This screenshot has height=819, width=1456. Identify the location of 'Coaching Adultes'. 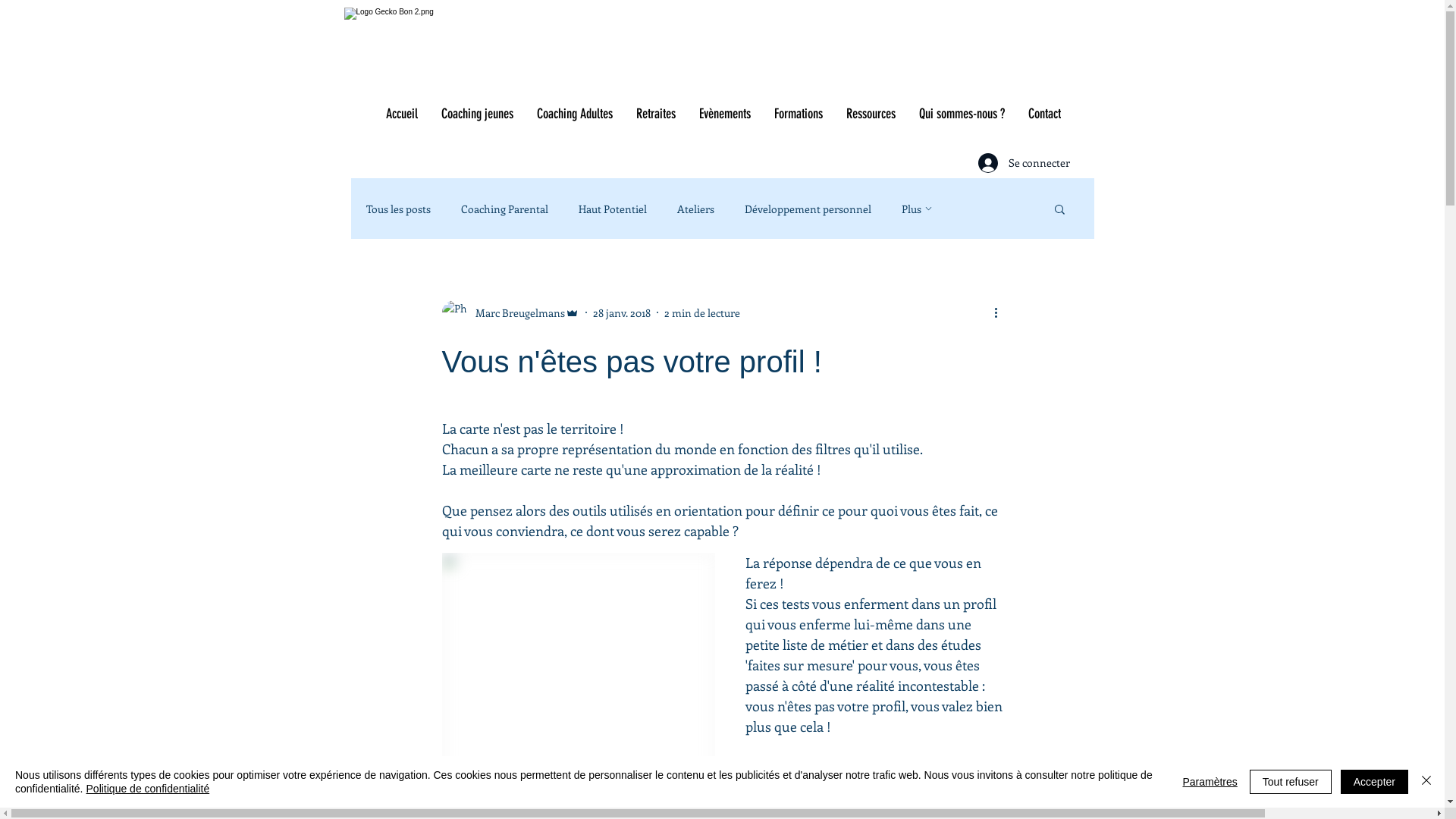
(573, 113).